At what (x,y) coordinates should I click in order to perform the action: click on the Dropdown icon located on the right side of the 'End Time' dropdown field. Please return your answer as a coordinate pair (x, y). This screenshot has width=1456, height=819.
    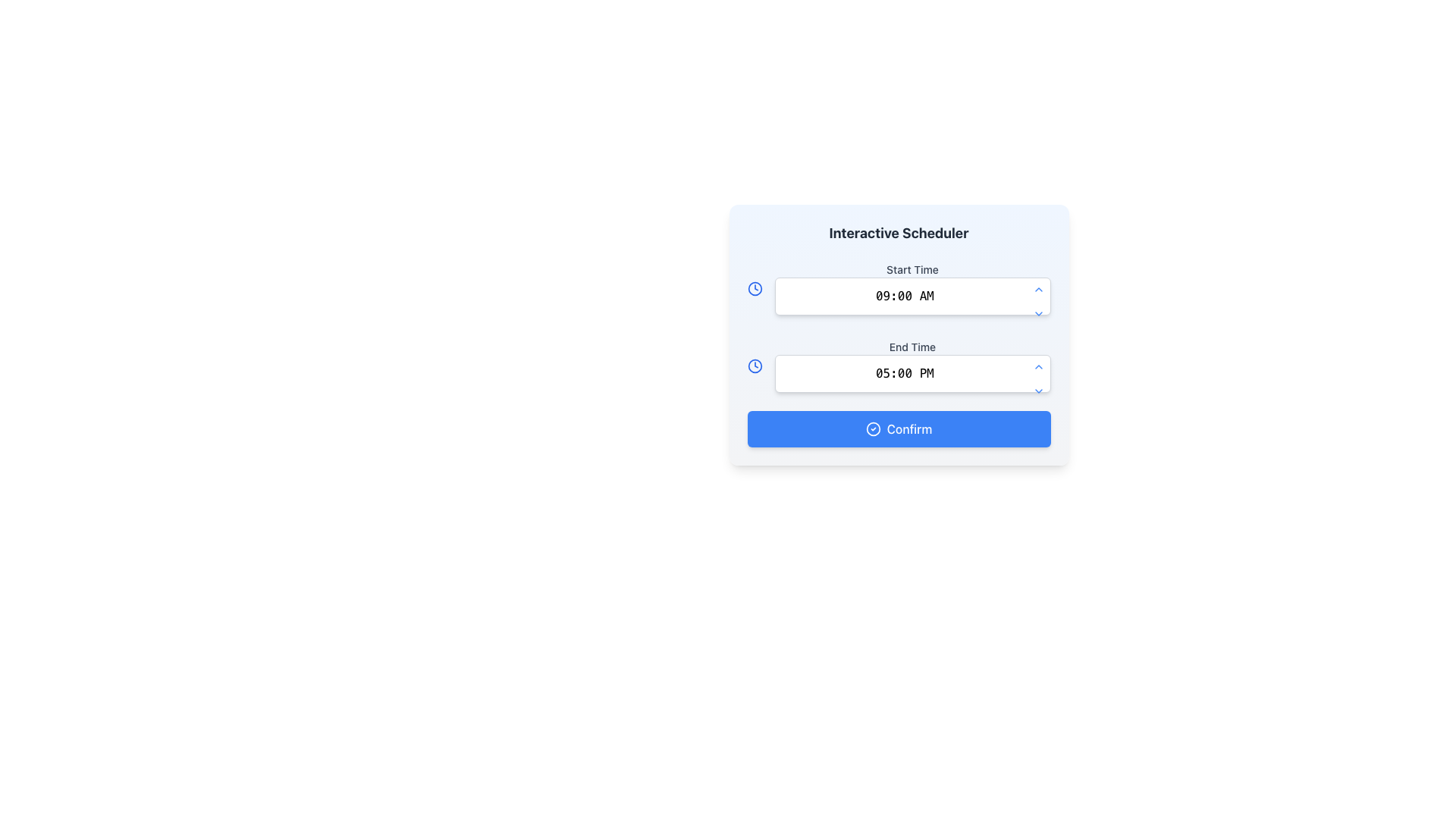
    Looking at the image, I should click on (1037, 391).